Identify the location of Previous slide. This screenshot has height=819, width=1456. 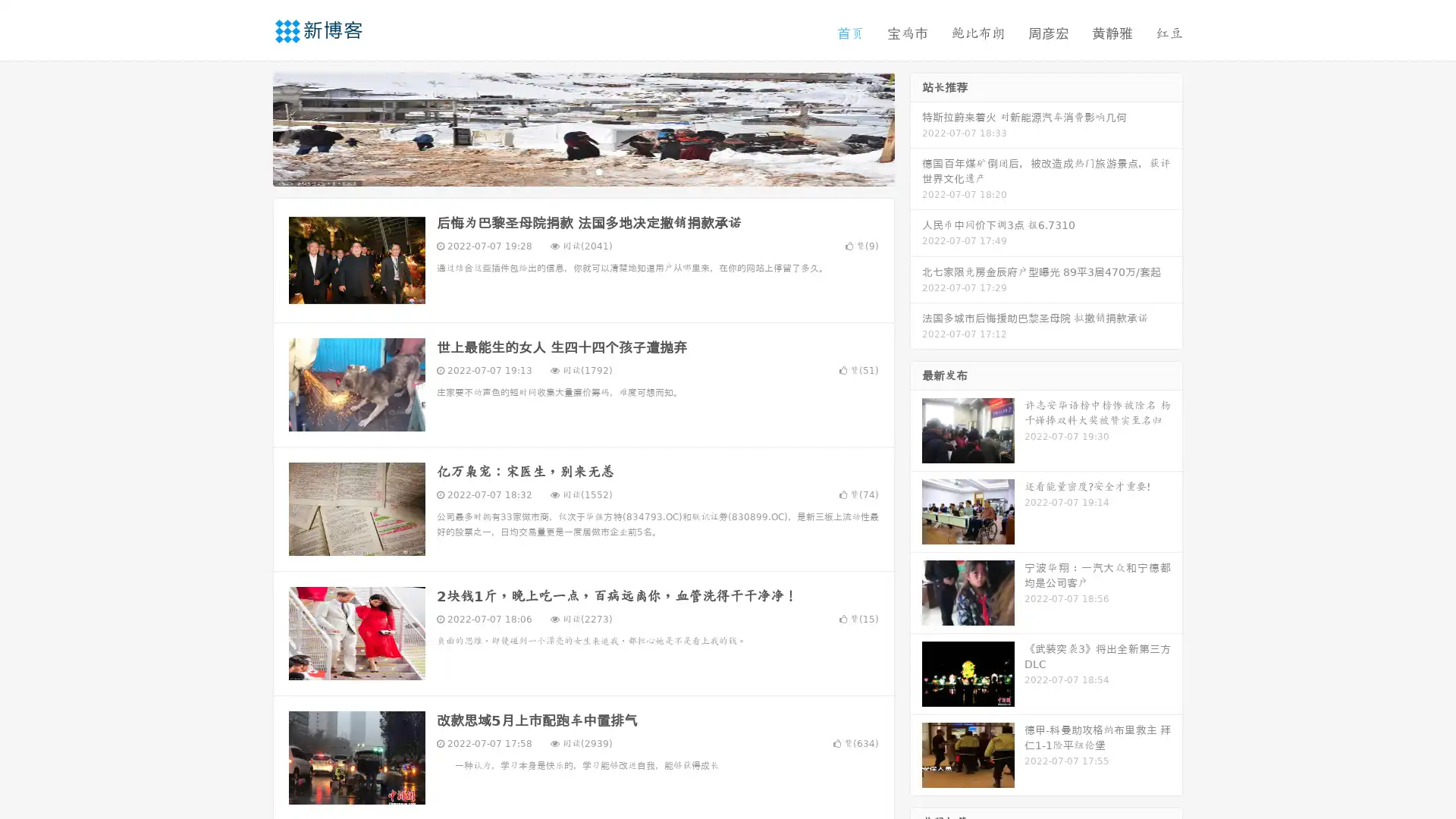
(250, 127).